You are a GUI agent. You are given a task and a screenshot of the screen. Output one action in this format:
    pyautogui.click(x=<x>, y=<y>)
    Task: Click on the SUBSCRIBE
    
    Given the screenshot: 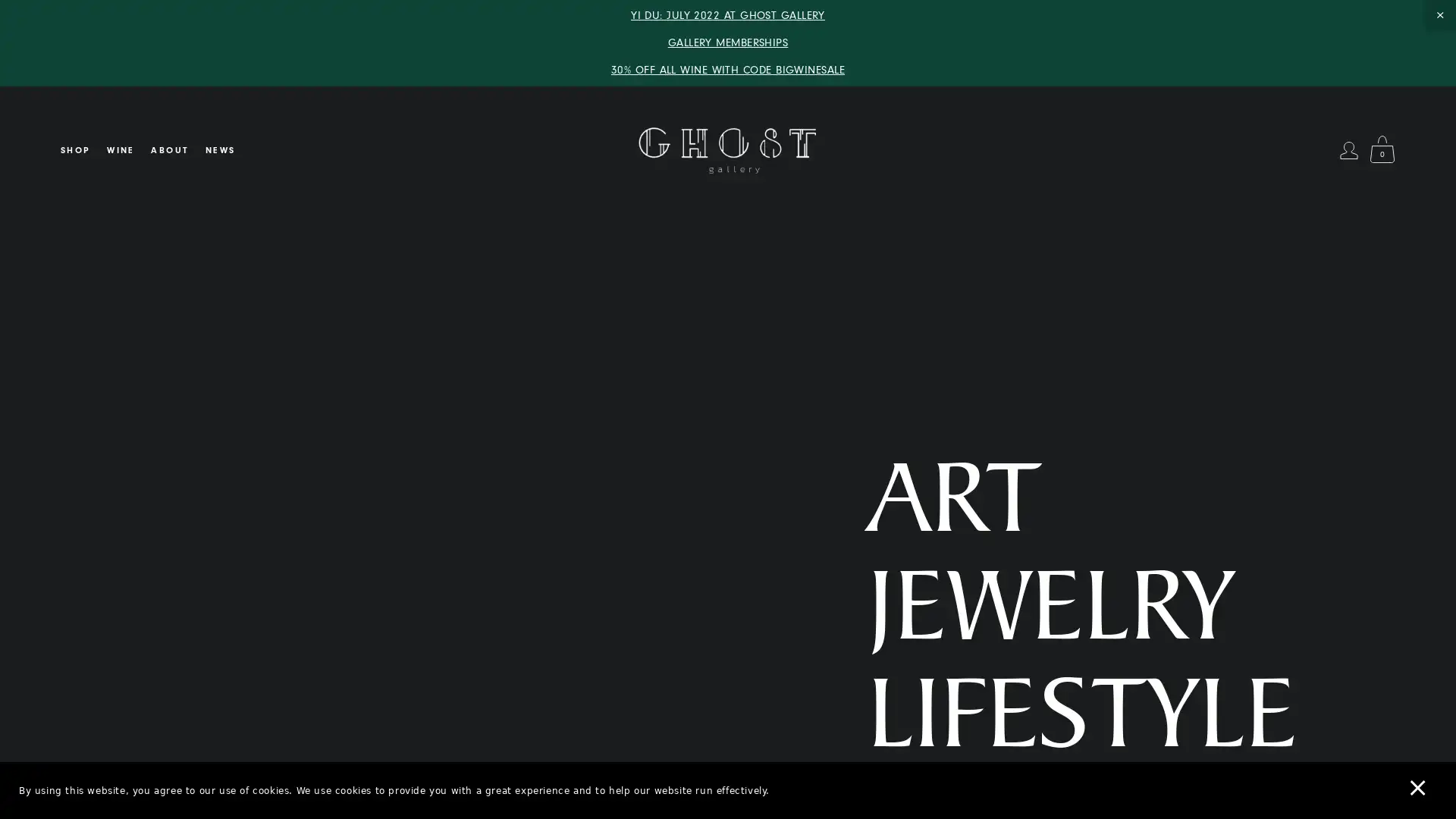 What is the action you would take?
    pyautogui.click(x=1283, y=647)
    